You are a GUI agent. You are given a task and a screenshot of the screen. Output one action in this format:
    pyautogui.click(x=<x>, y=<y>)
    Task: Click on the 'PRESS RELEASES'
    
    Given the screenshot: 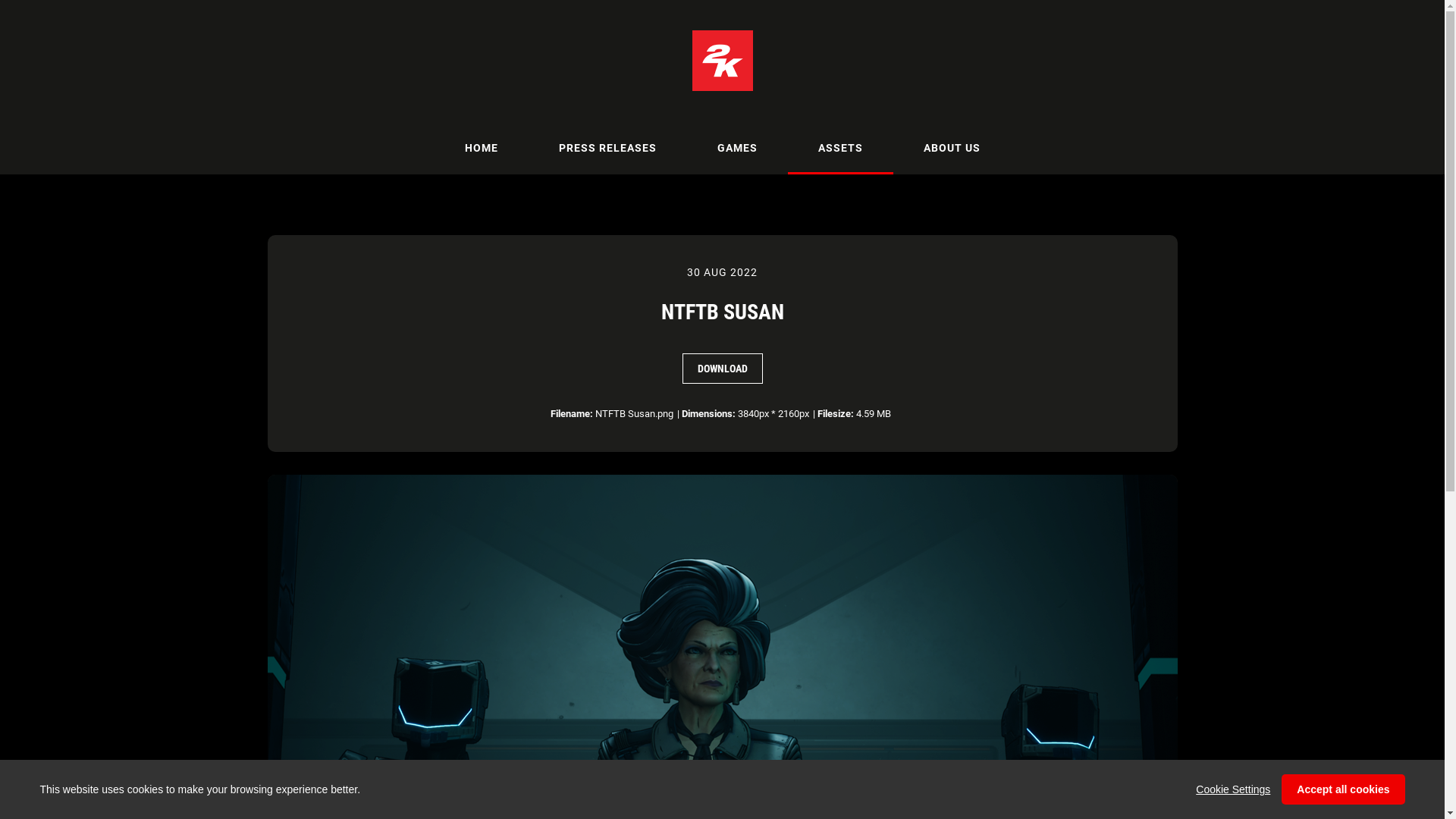 What is the action you would take?
    pyautogui.click(x=528, y=148)
    